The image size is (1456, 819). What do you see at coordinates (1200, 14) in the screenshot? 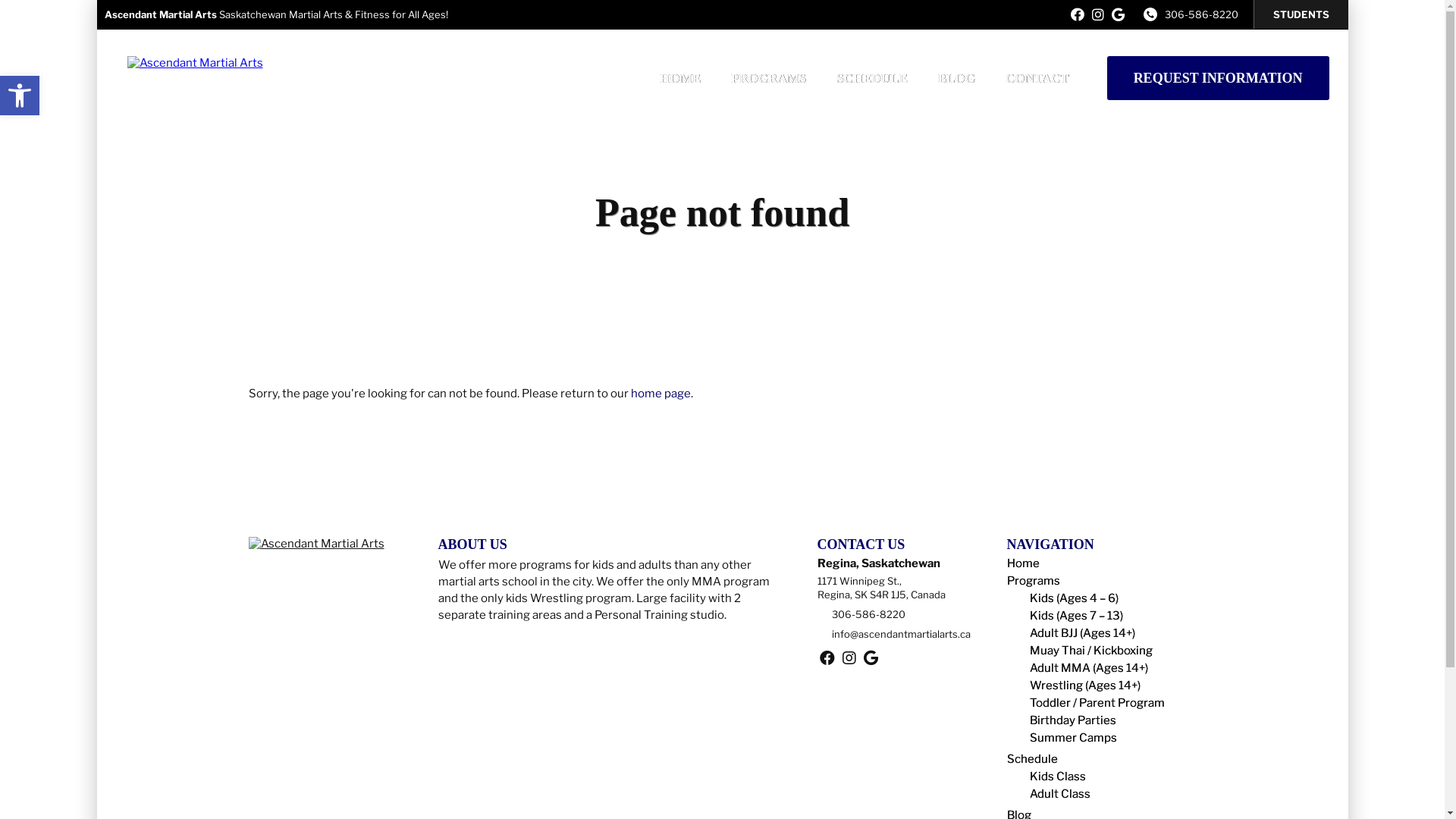
I see `'306-586-8220'` at bounding box center [1200, 14].